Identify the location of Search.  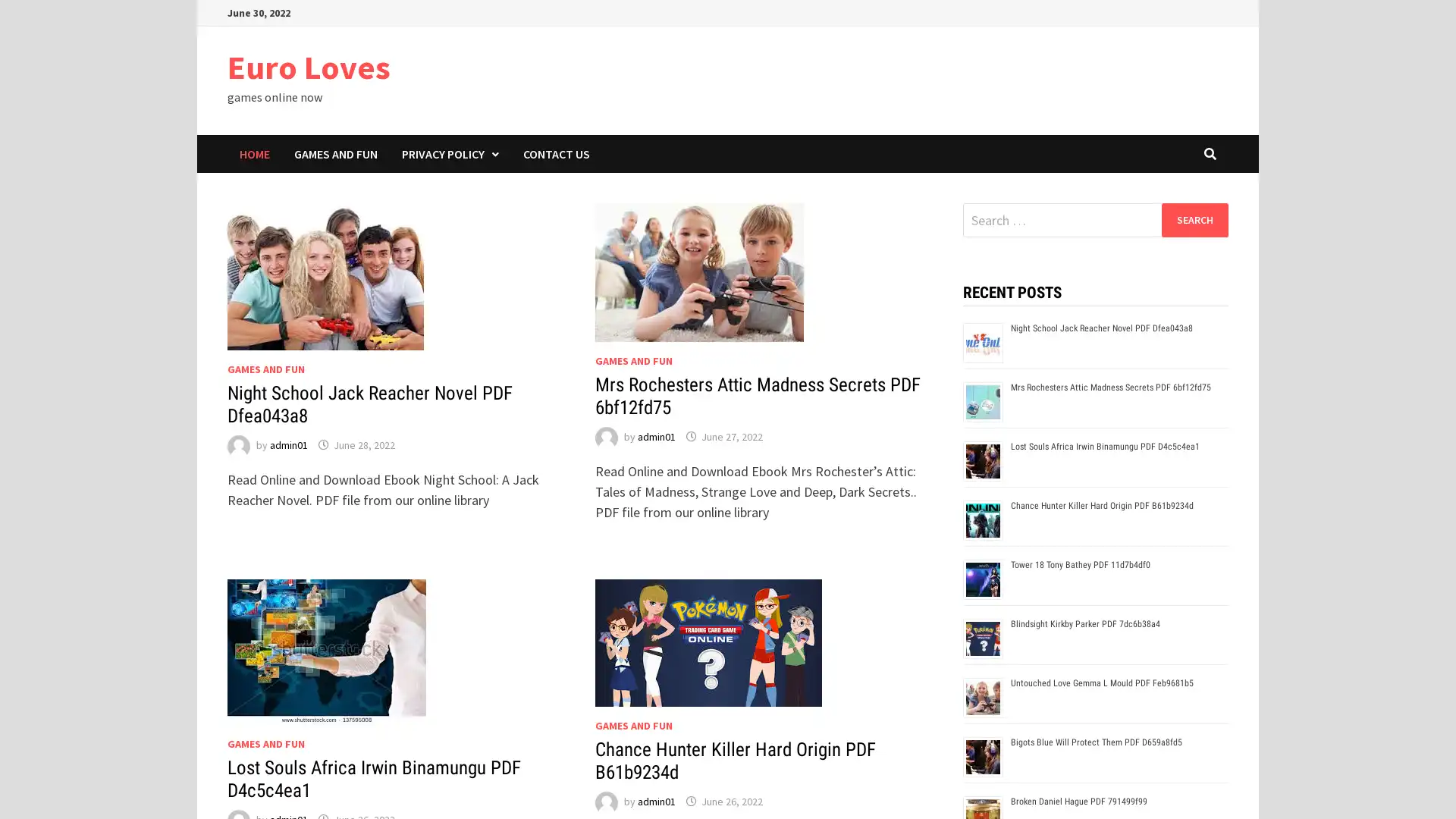
(1194, 219).